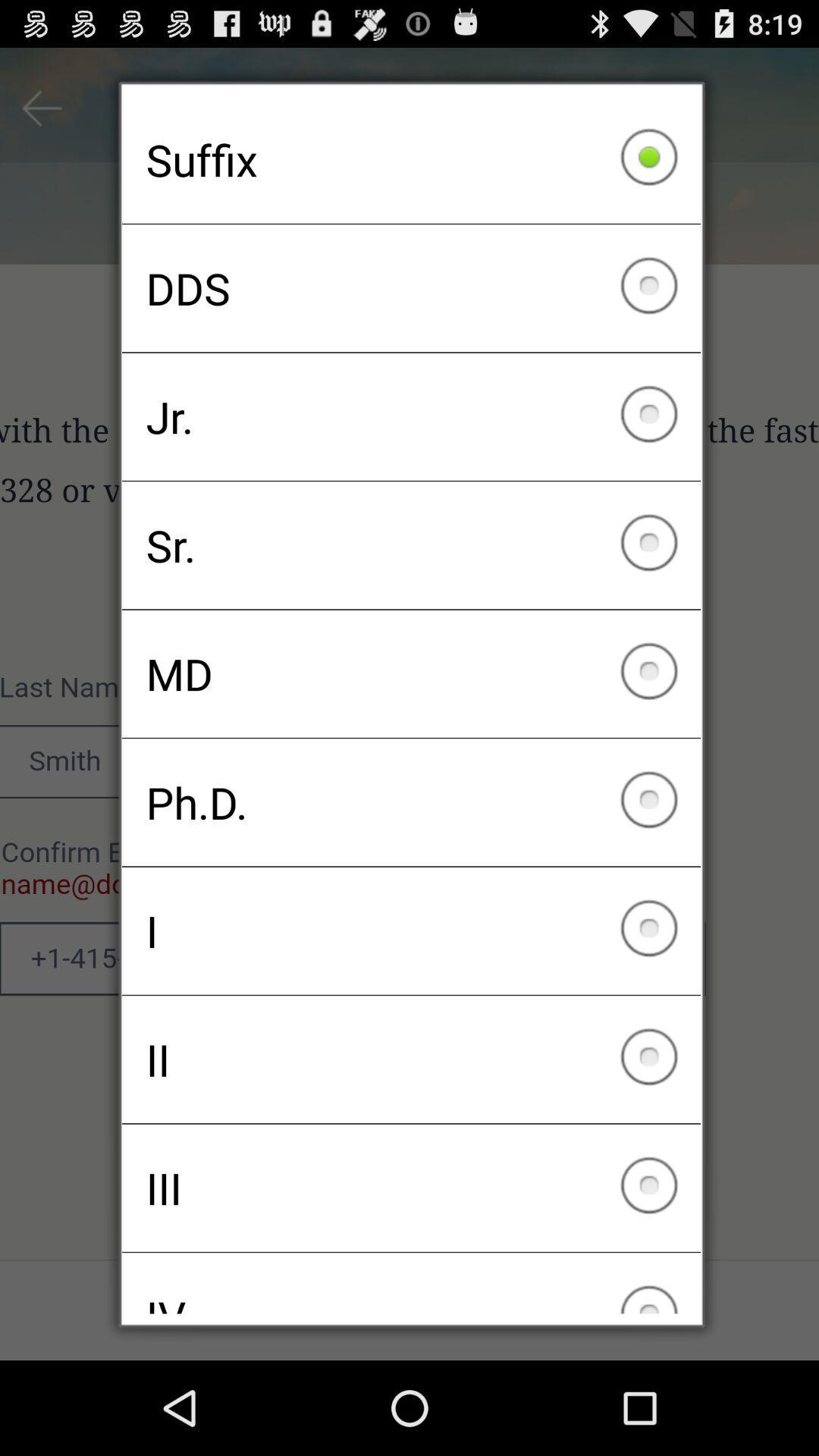  Describe the element at coordinates (411, 1282) in the screenshot. I see `iv` at that location.